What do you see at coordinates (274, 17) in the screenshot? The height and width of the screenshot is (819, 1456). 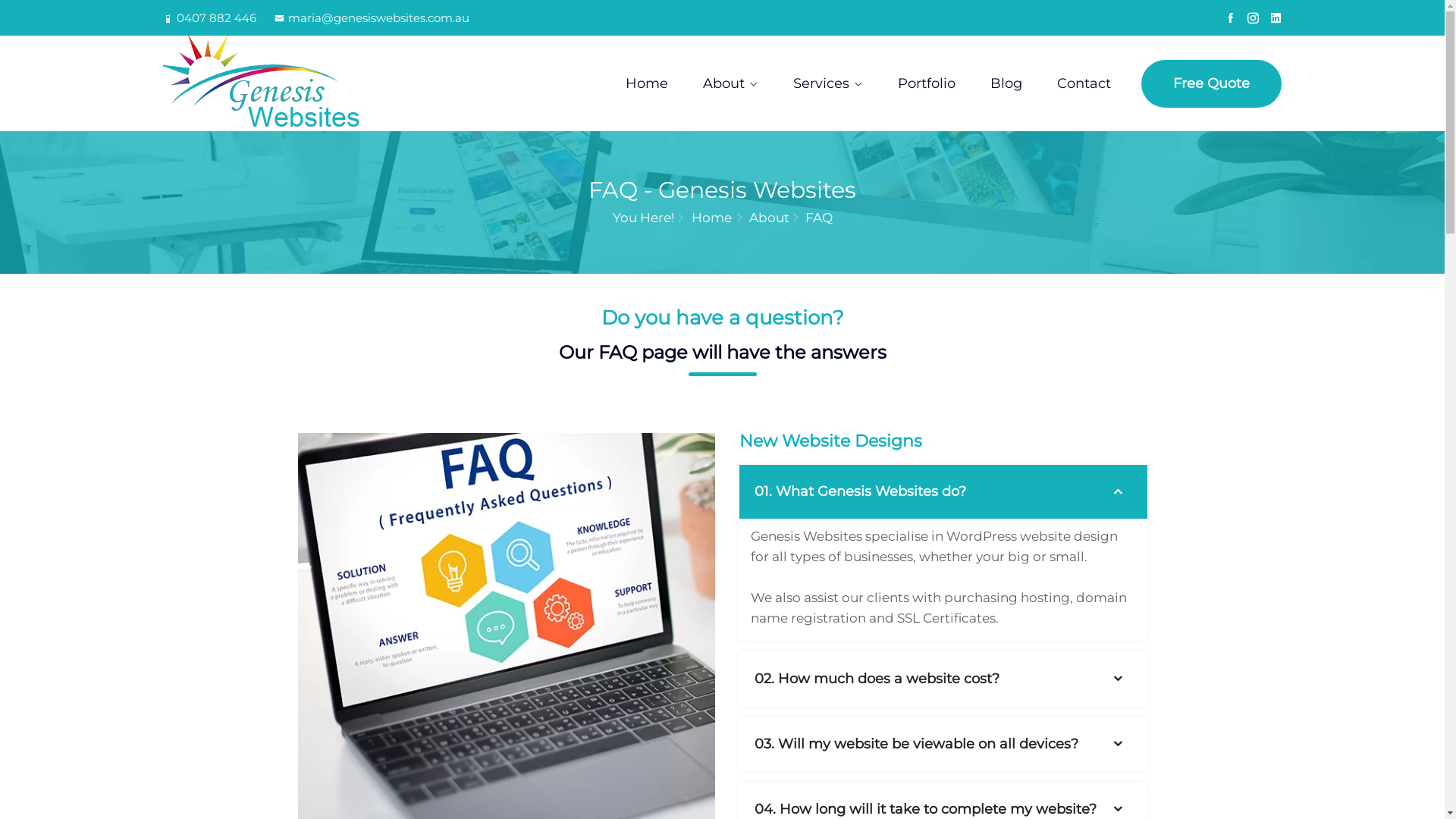 I see `'maria@genesiswebsites.com.au'` at bounding box center [274, 17].